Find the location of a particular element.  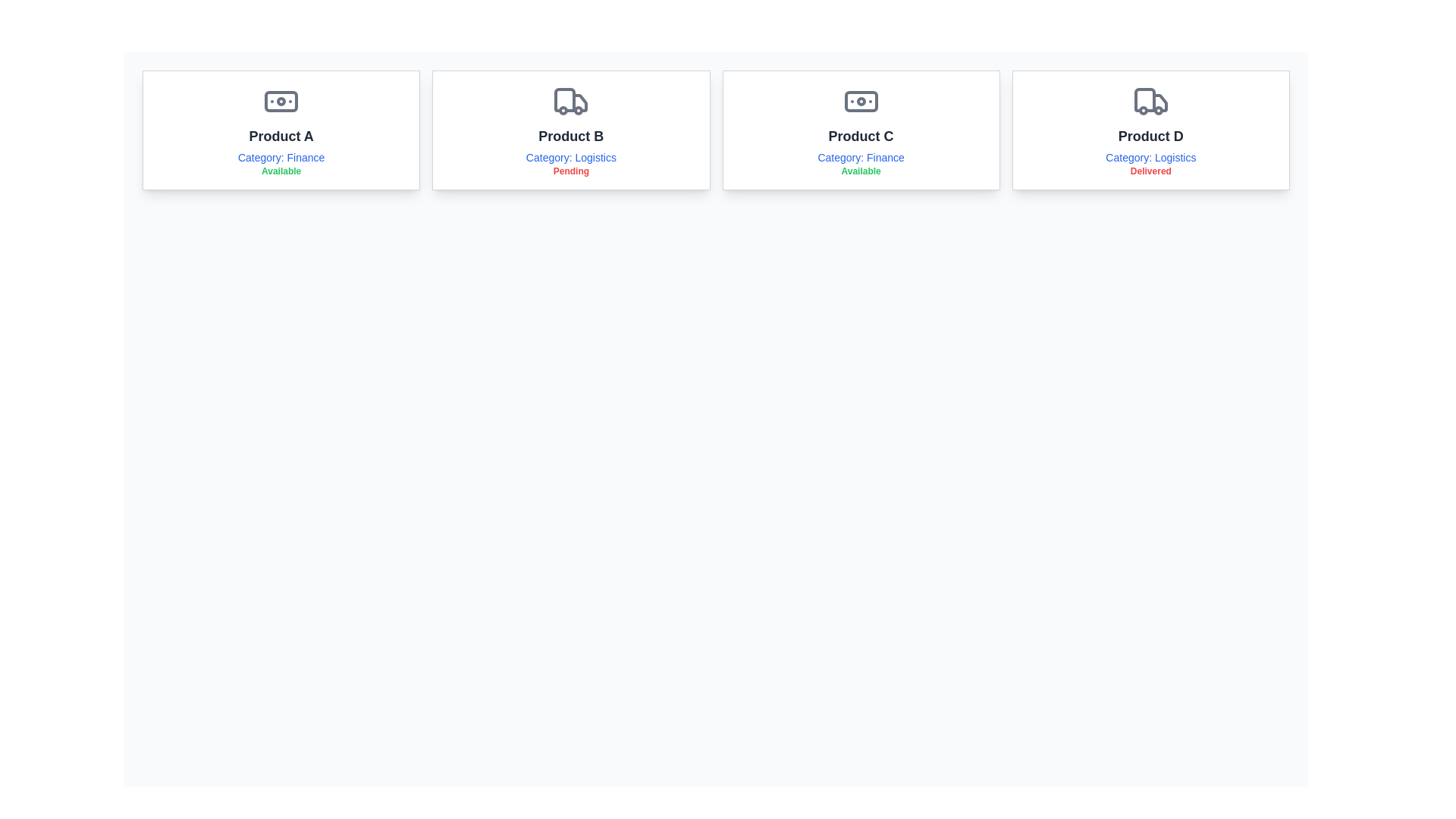

the Decorative SVG shape, which is a rectangular shape with rounded corners located on the left side of the 'Product A' icon at the top-left of a four-item row is located at coordinates (281, 102).